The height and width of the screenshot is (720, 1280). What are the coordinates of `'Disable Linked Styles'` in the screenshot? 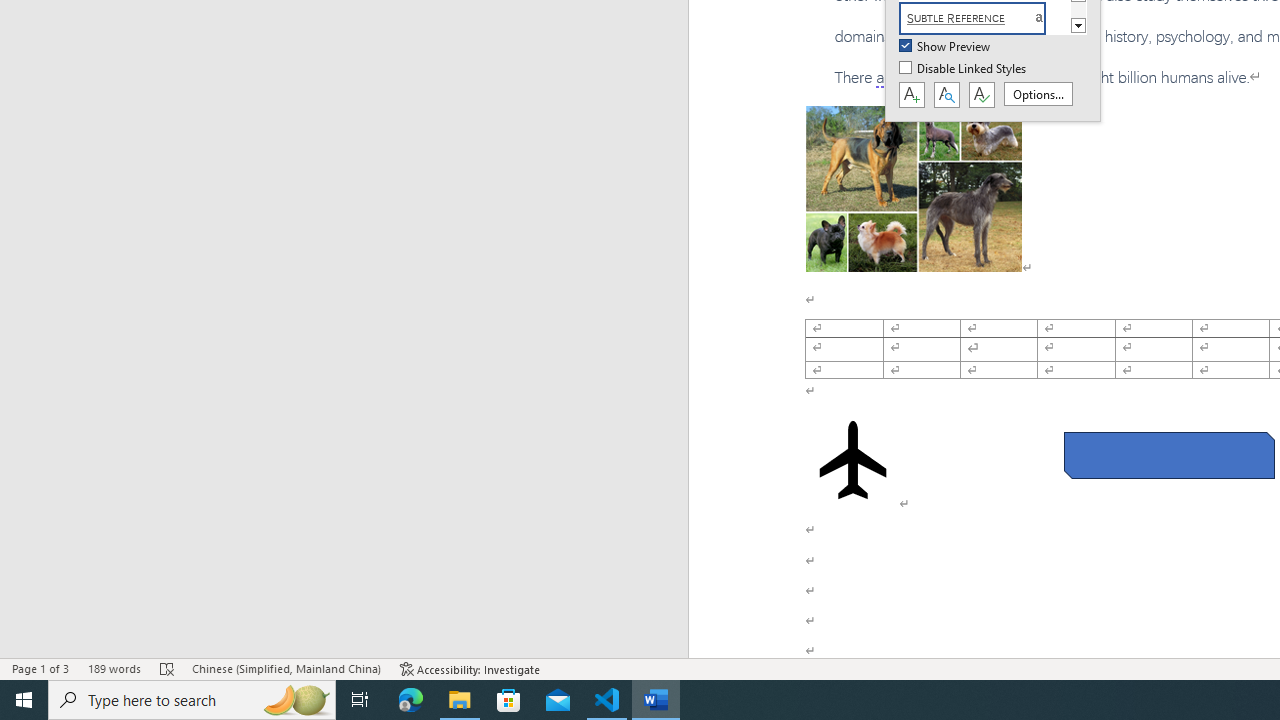 It's located at (964, 68).